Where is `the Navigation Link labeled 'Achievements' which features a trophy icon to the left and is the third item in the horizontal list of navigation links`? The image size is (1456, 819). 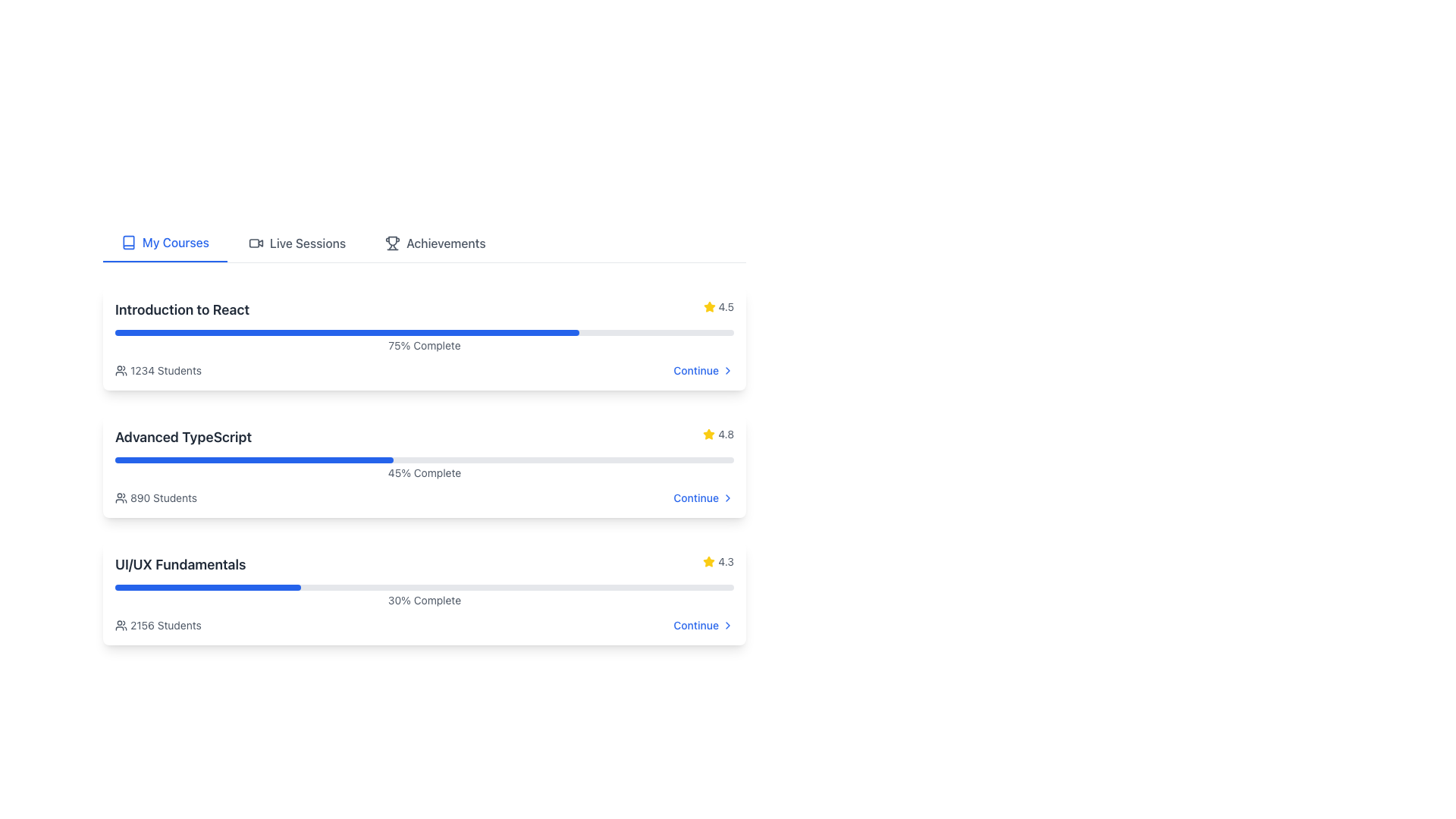
the Navigation Link labeled 'Achievements' which features a trophy icon to the left and is the third item in the horizontal list of navigation links is located at coordinates (435, 242).